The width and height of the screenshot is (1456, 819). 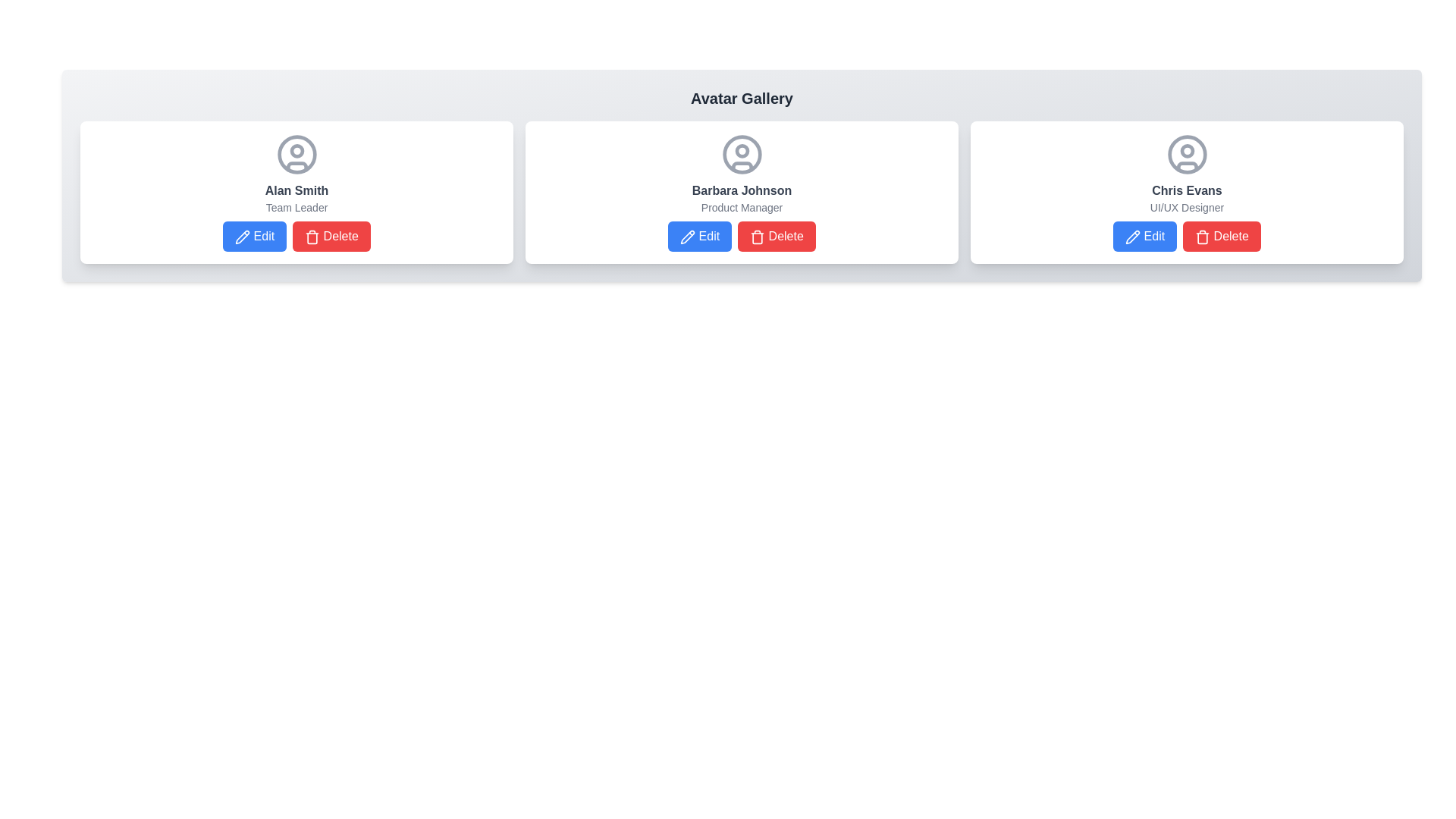 I want to click on the trash can icon within the red 'Delete' button located at the bottom right of the 'Alan Smith - Team Leader' card, so click(x=312, y=237).